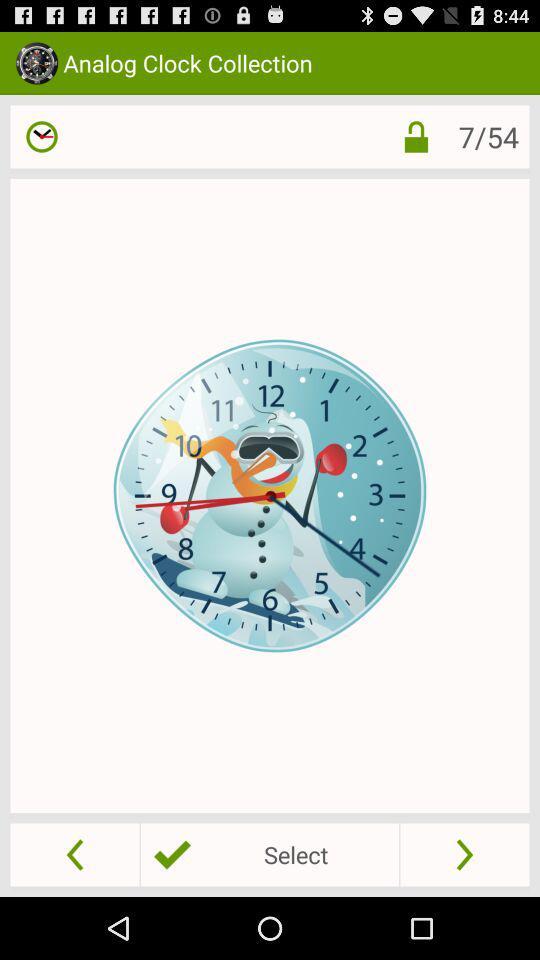 Image resolution: width=540 pixels, height=960 pixels. Describe the element at coordinates (74, 853) in the screenshot. I see `previous` at that location.